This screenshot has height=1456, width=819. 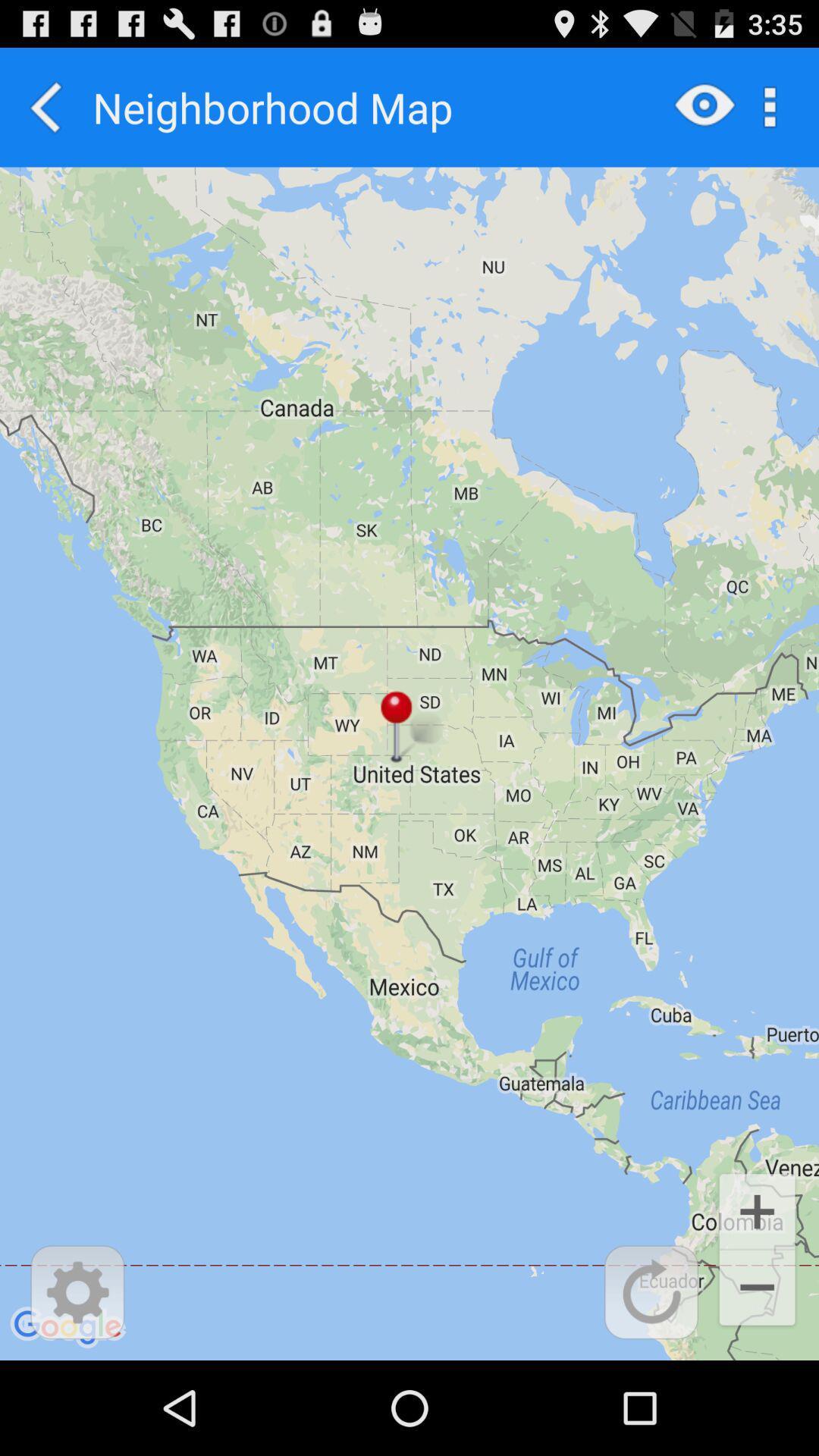 I want to click on refresh map, so click(x=651, y=1291).